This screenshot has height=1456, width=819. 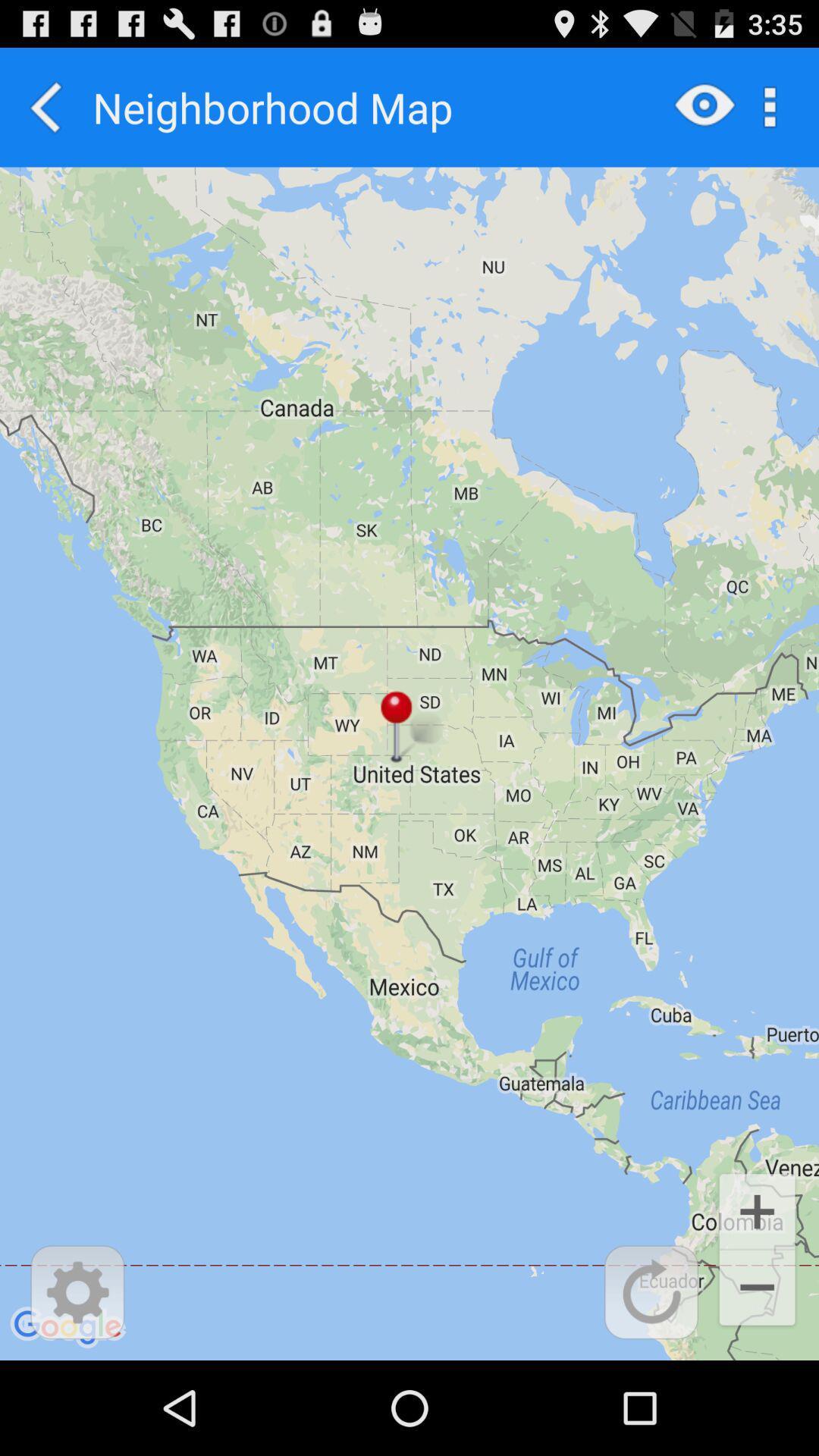 I want to click on refresh map, so click(x=651, y=1291).